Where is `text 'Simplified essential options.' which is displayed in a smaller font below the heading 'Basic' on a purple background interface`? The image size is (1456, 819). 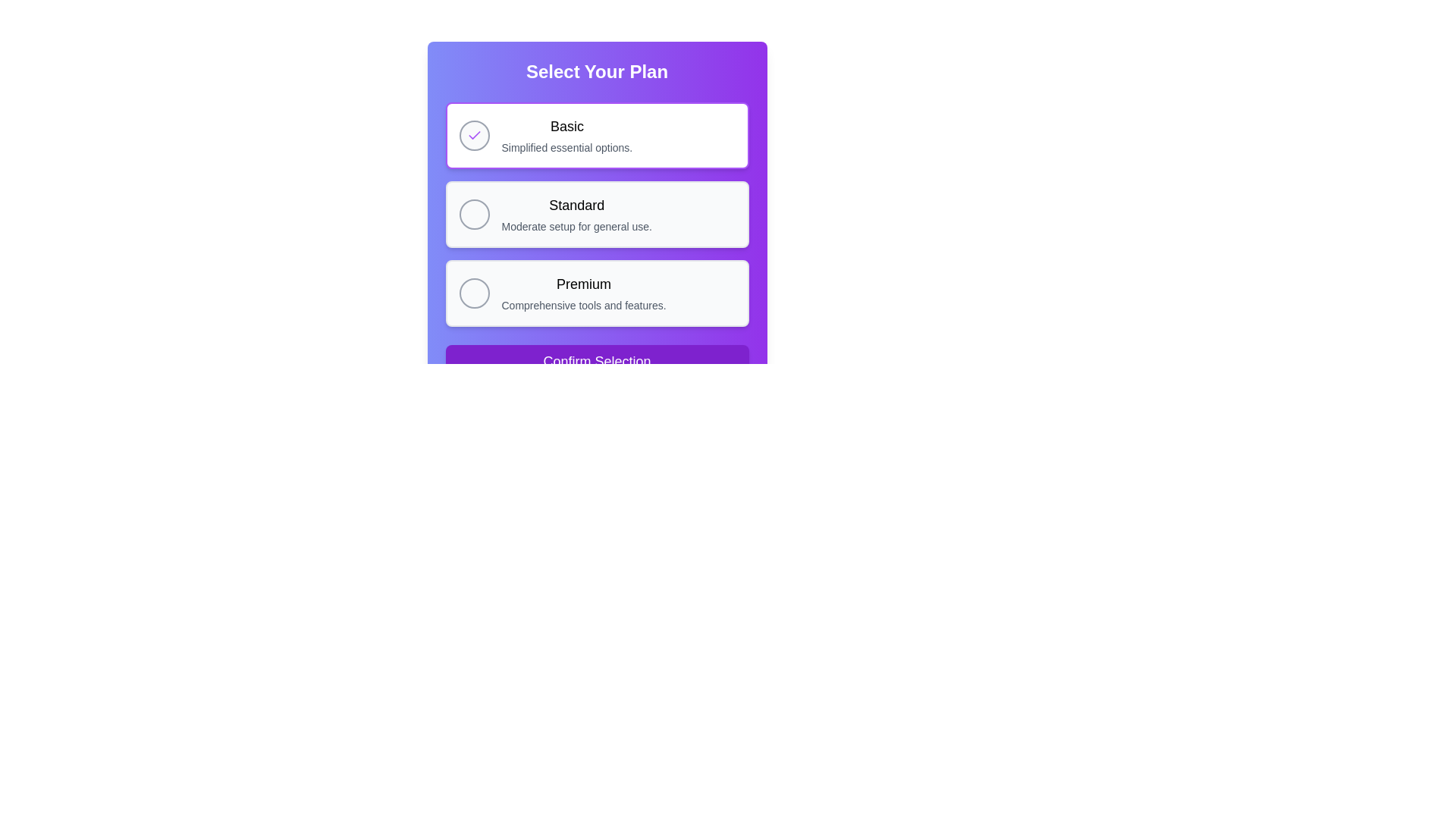
text 'Simplified essential options.' which is displayed in a smaller font below the heading 'Basic' on a purple background interface is located at coordinates (566, 148).